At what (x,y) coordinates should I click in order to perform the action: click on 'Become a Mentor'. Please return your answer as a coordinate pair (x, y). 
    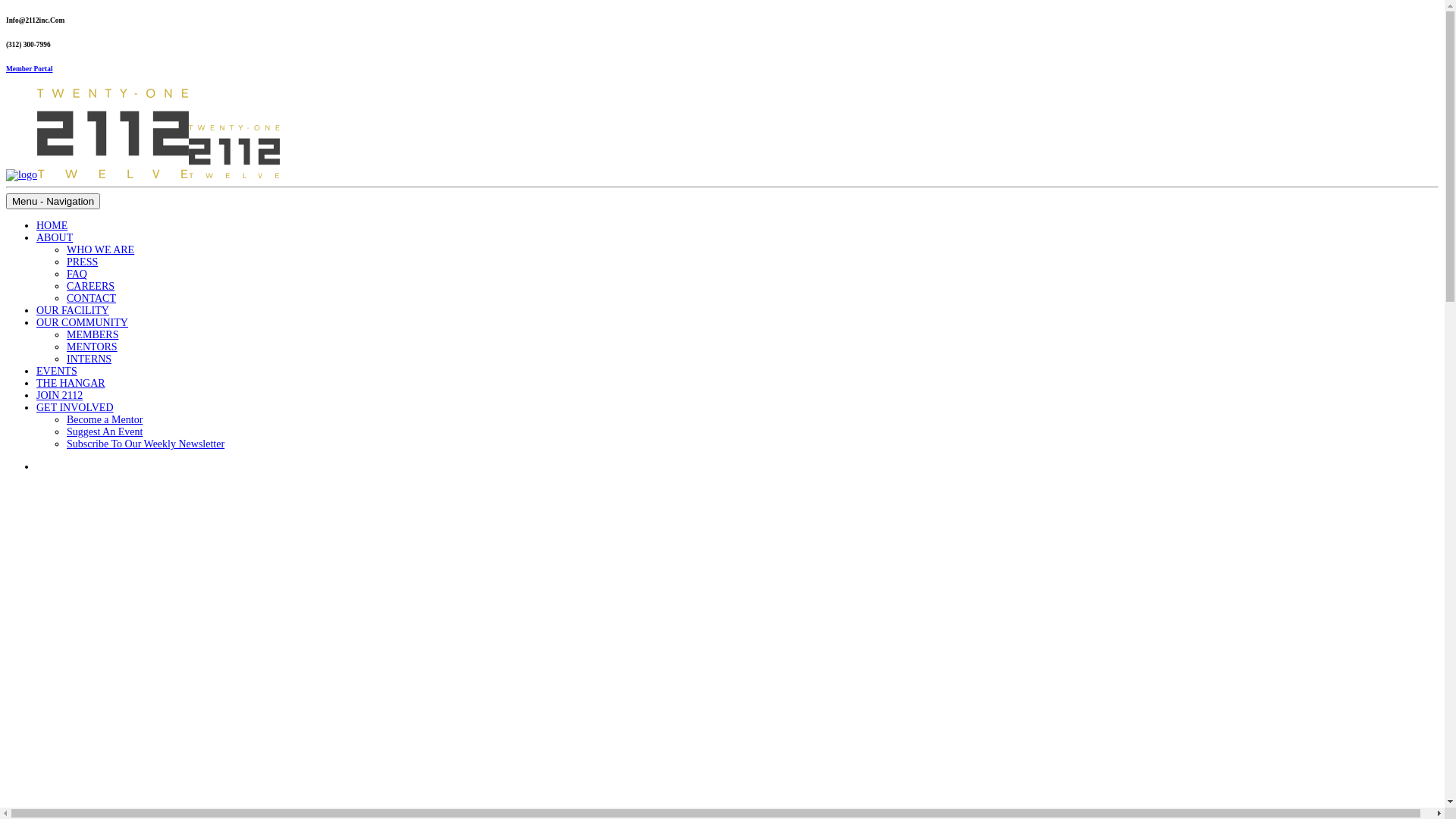
    Looking at the image, I should click on (104, 419).